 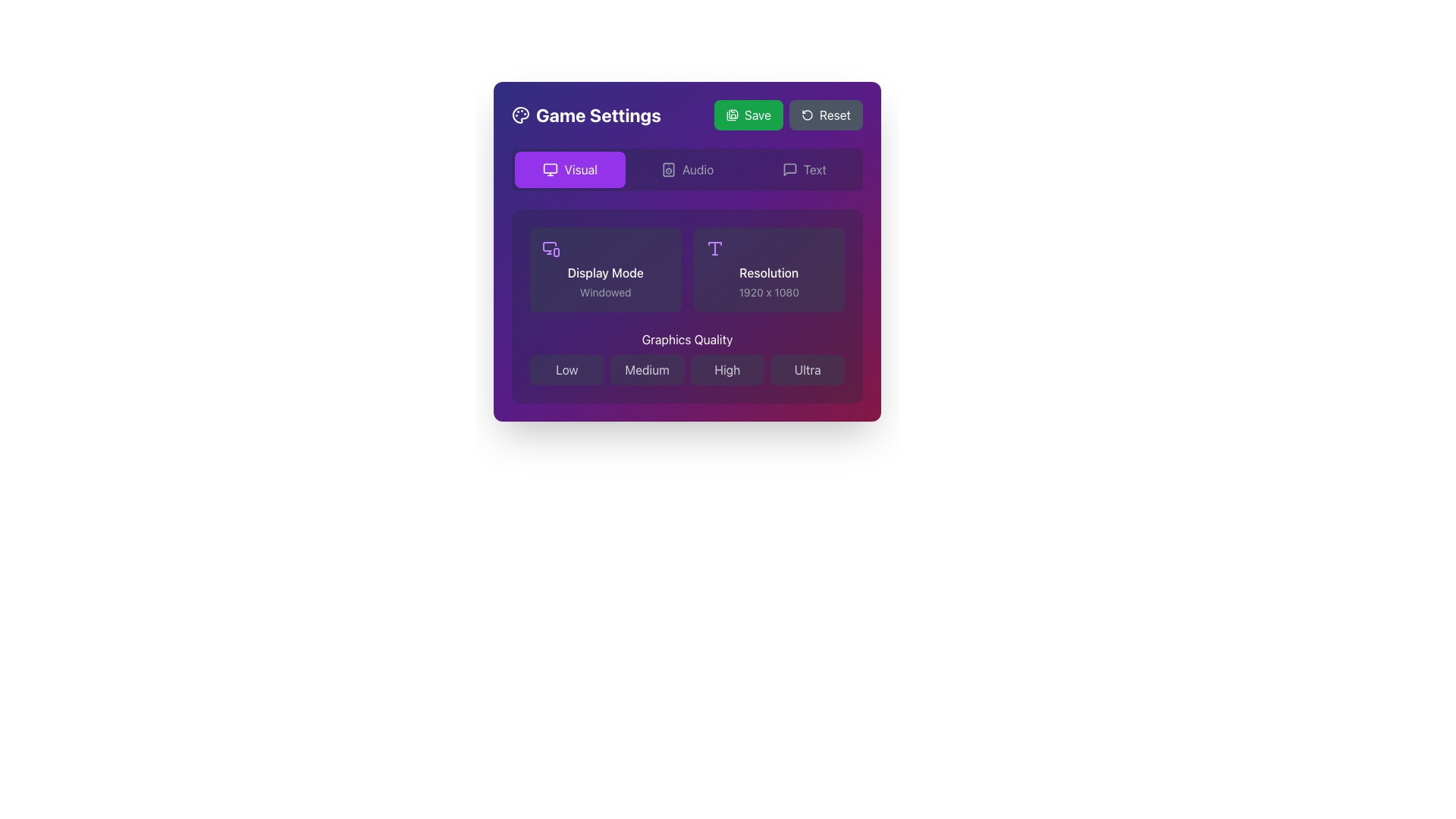 What do you see at coordinates (789, 169) in the screenshot?
I see `the speech bubble icon located in the Text section of the header menu` at bounding box center [789, 169].